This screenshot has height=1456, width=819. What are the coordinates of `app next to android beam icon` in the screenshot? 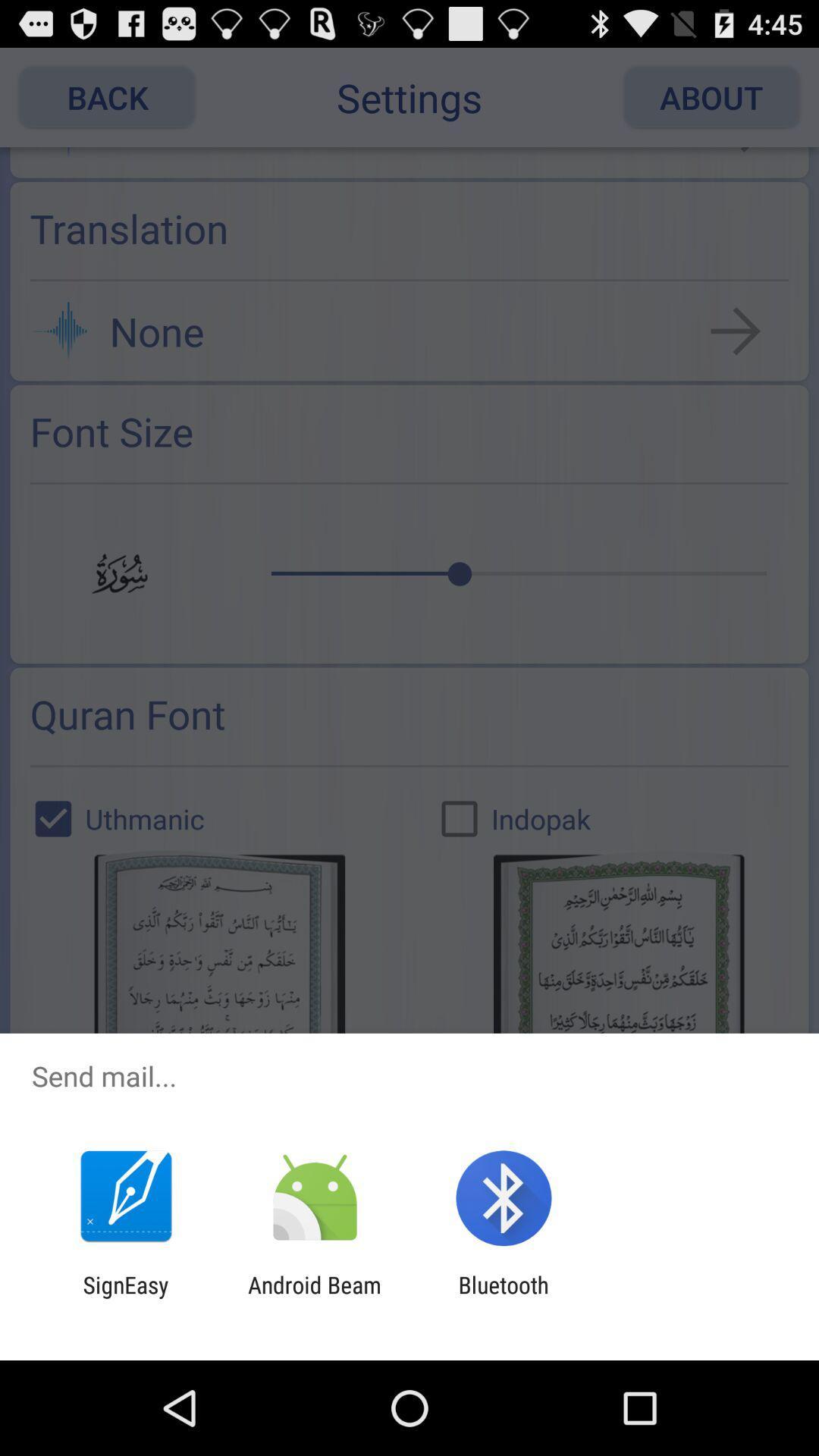 It's located at (504, 1298).